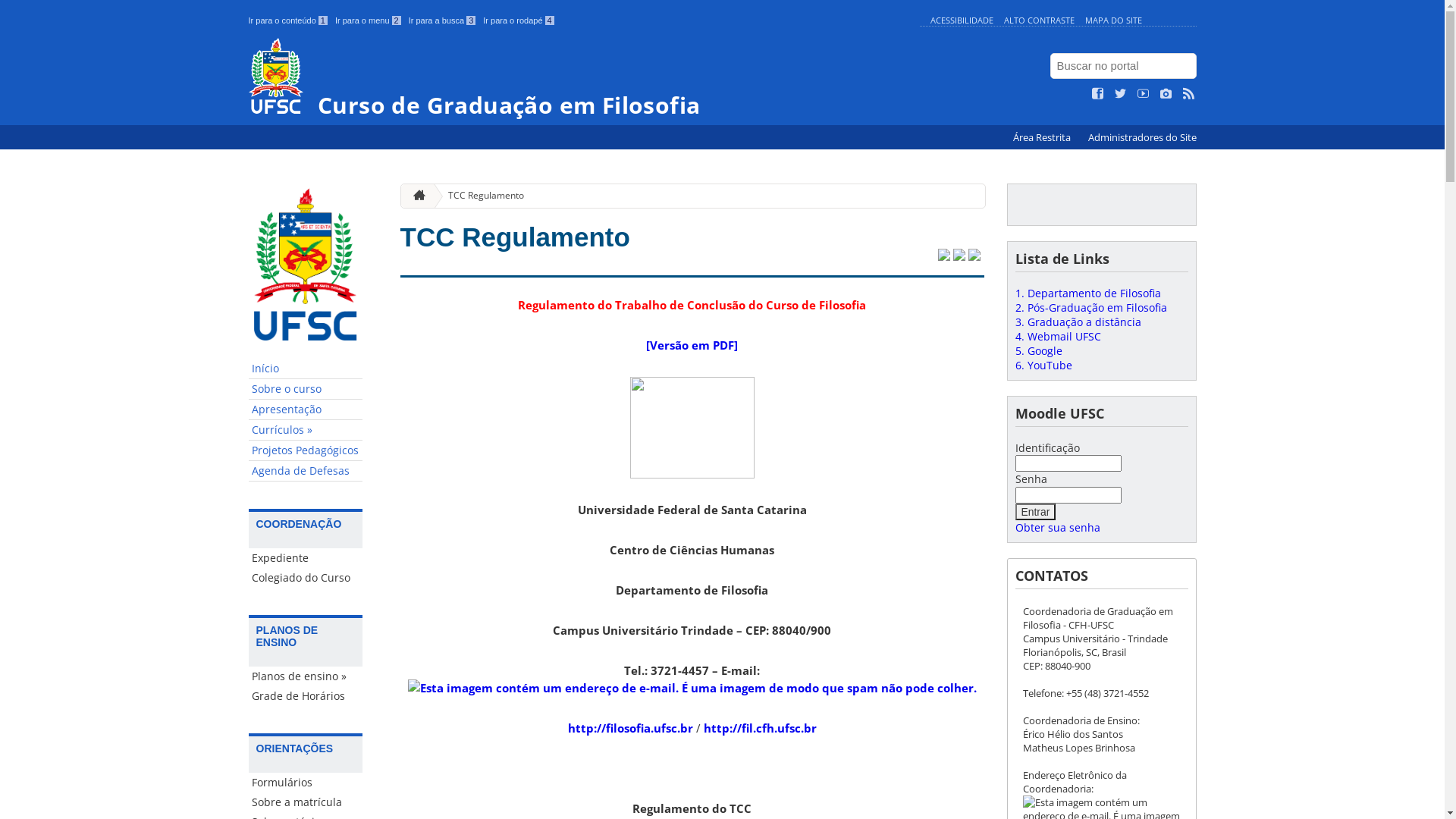 The width and height of the screenshot is (1456, 819). I want to click on 'Curta no Facebook', so click(1092, 93).